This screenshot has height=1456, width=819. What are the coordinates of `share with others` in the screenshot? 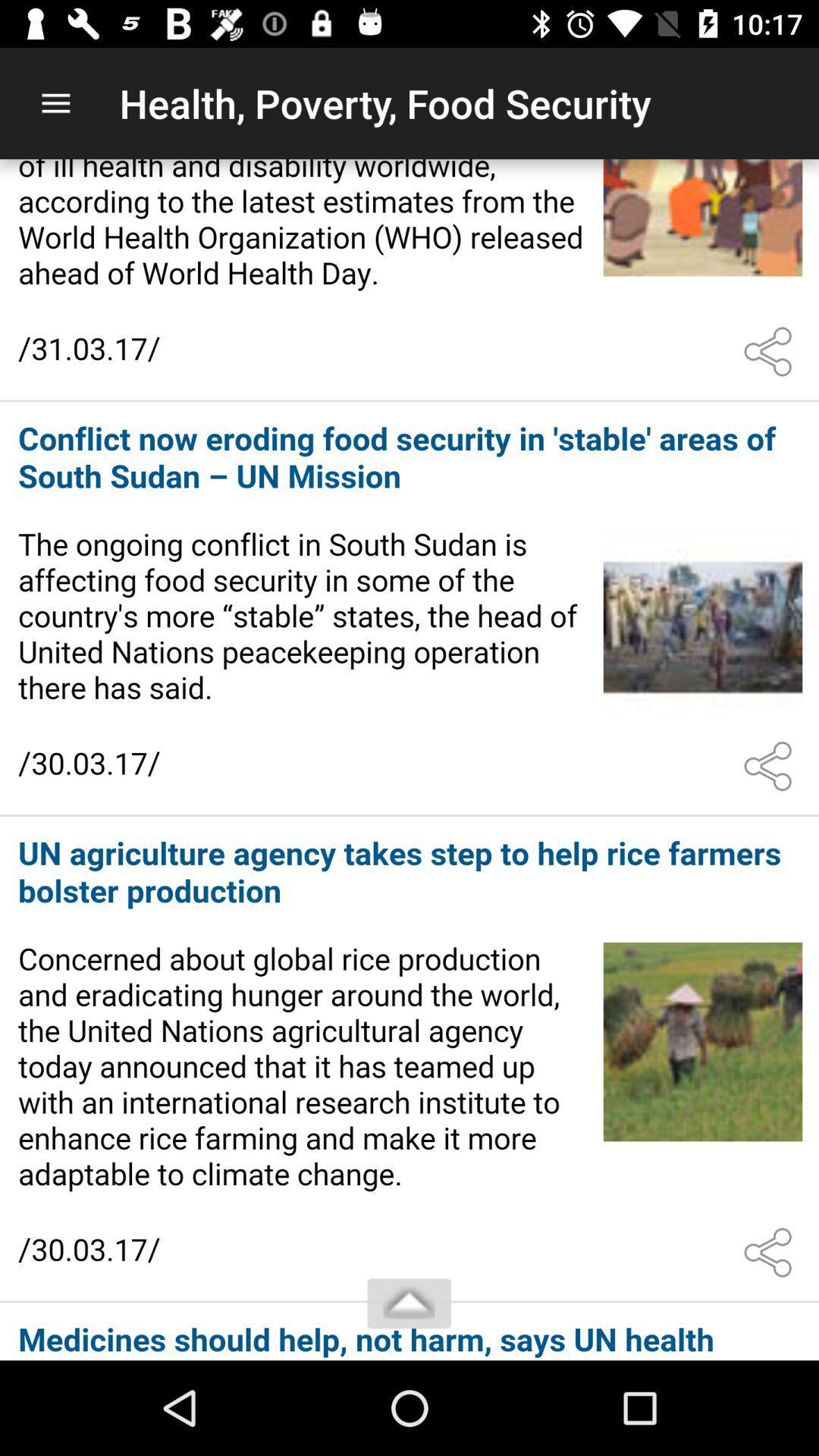 It's located at (771, 1253).